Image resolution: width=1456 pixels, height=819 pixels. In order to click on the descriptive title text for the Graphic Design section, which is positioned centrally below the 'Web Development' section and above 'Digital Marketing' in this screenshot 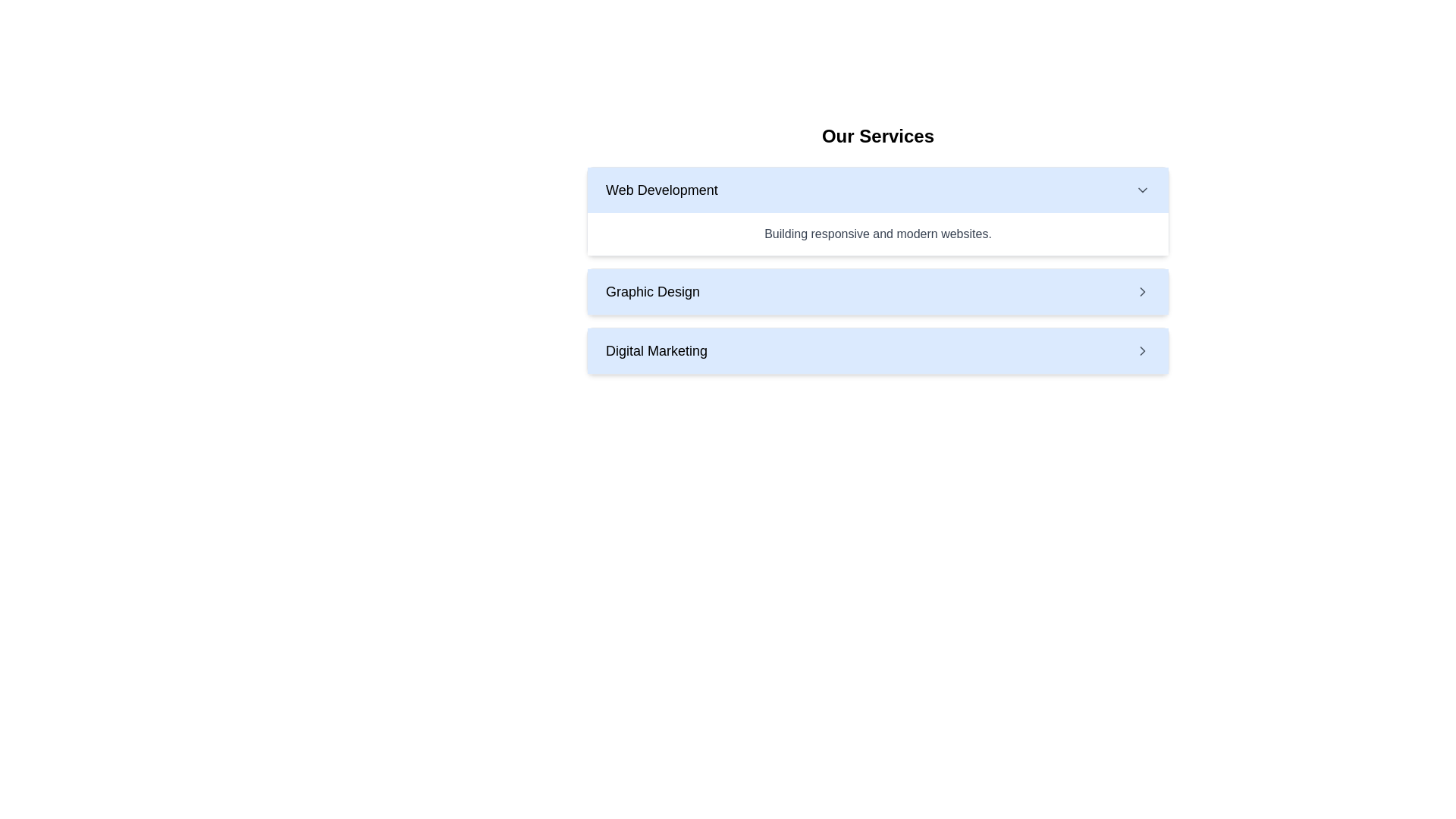, I will do `click(653, 292)`.